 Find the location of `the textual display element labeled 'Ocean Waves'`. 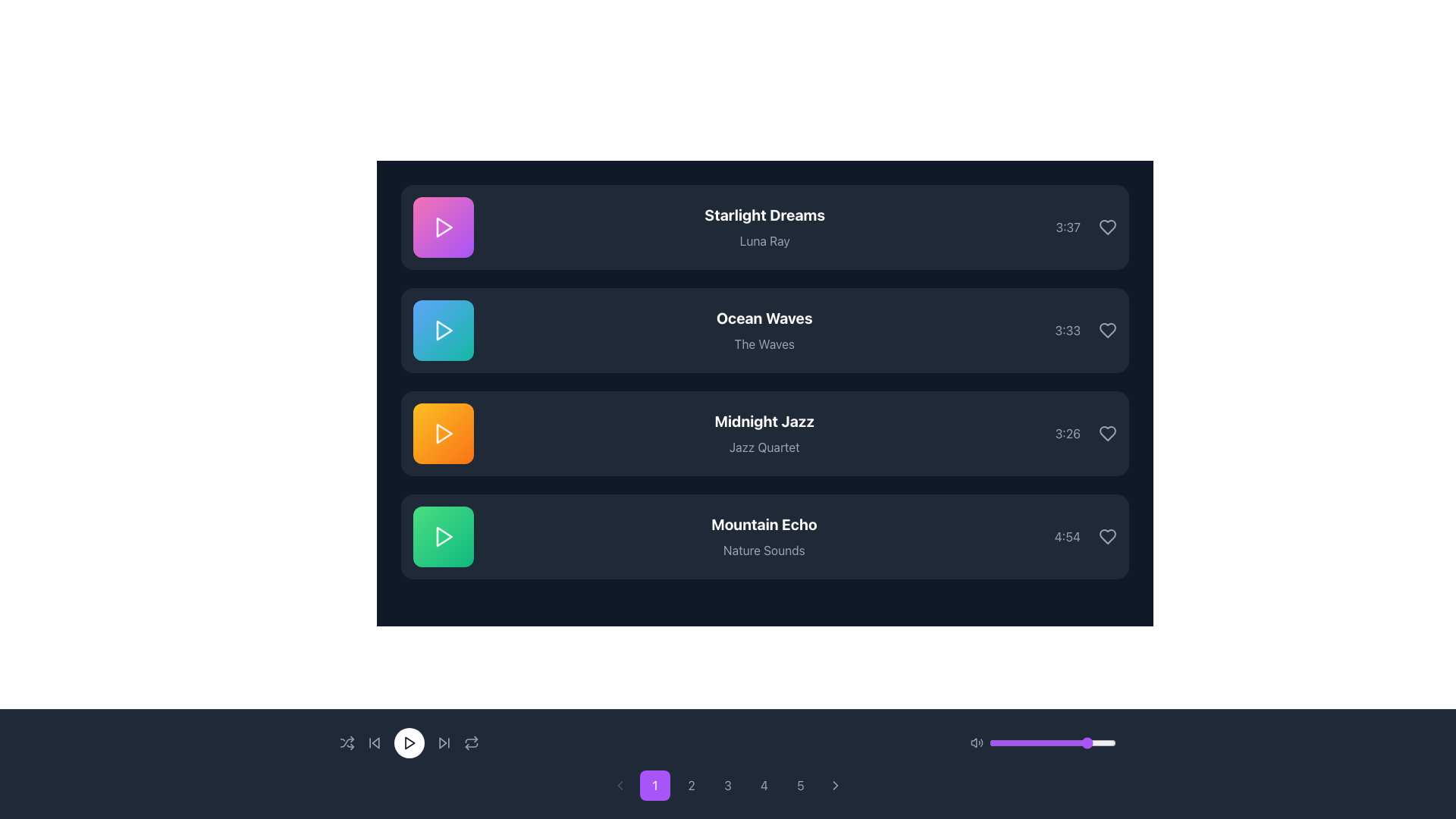

the textual display element labeled 'Ocean Waves' is located at coordinates (764, 329).